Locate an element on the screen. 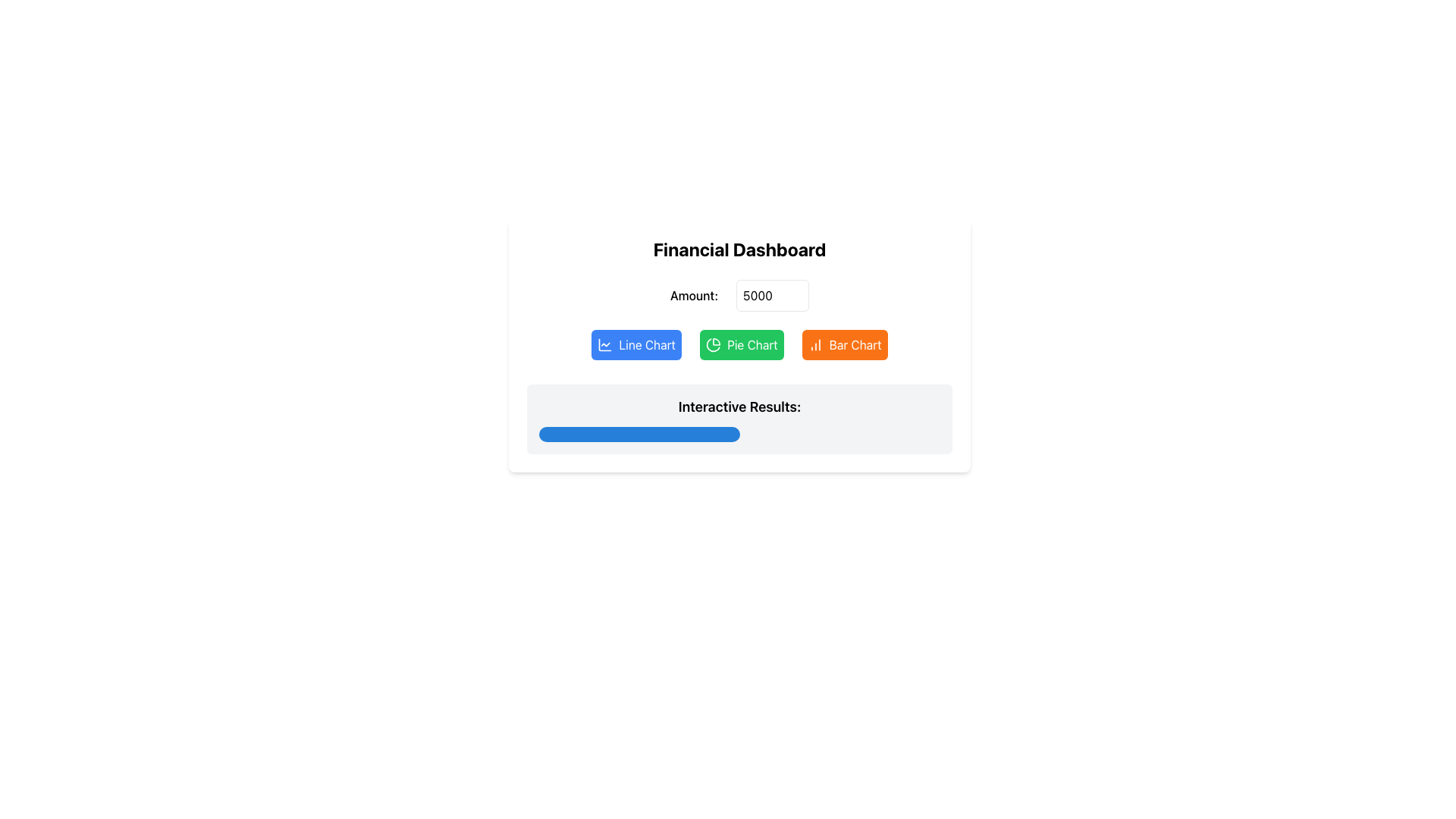 The width and height of the screenshot is (1456, 819). the 'Line Chart' button which contains the line chart icon is located at coordinates (604, 345).